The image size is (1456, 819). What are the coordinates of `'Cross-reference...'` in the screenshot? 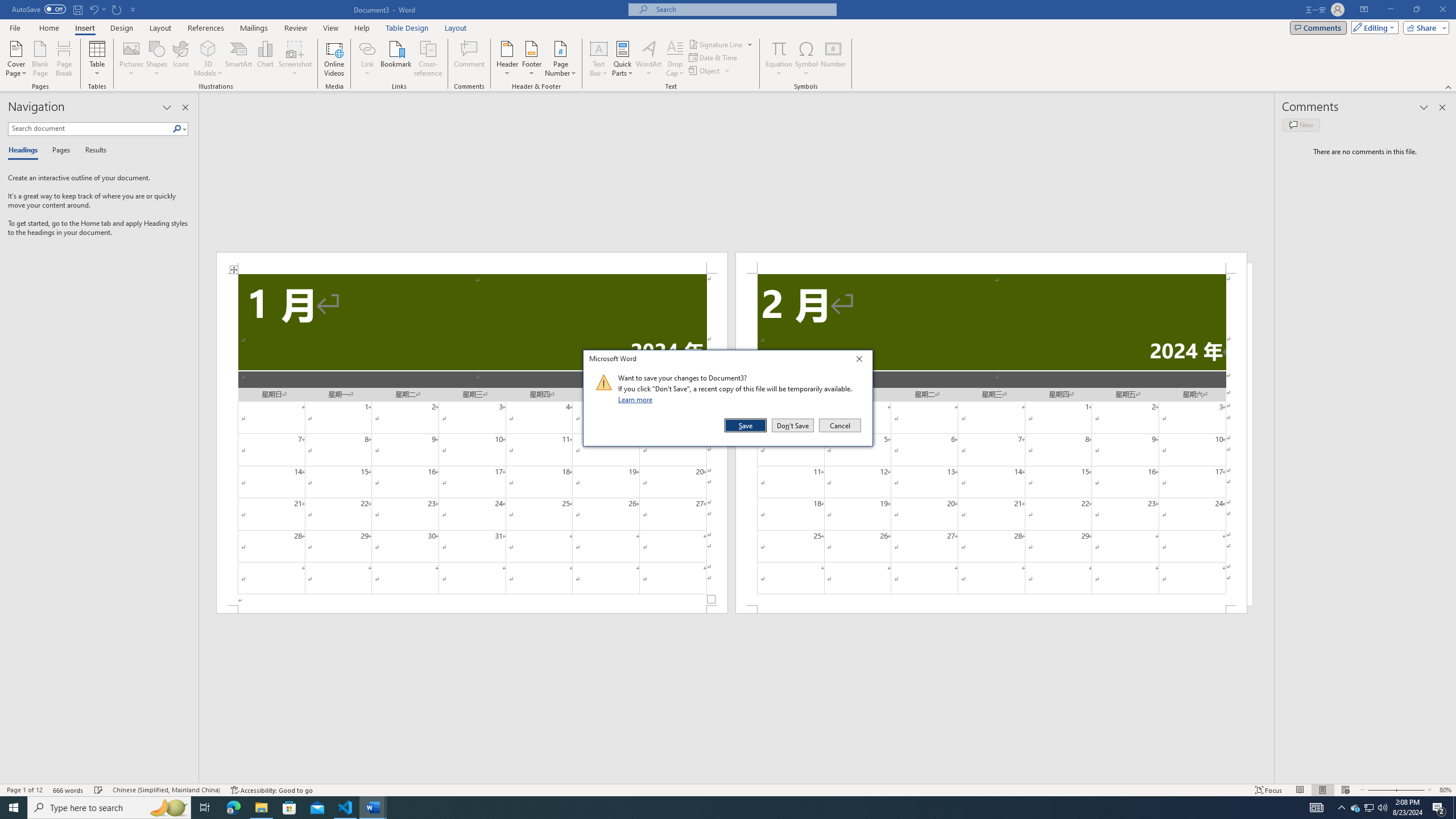 It's located at (428, 59).